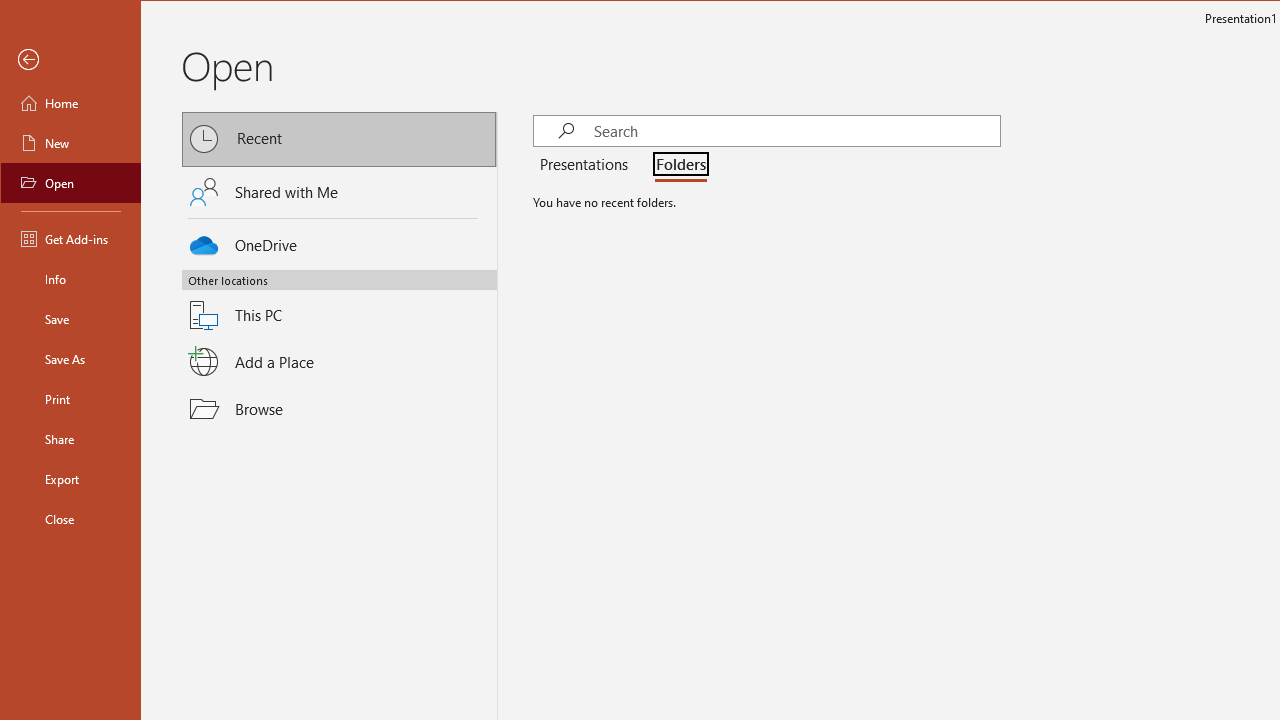  I want to click on 'Info', so click(71, 279).